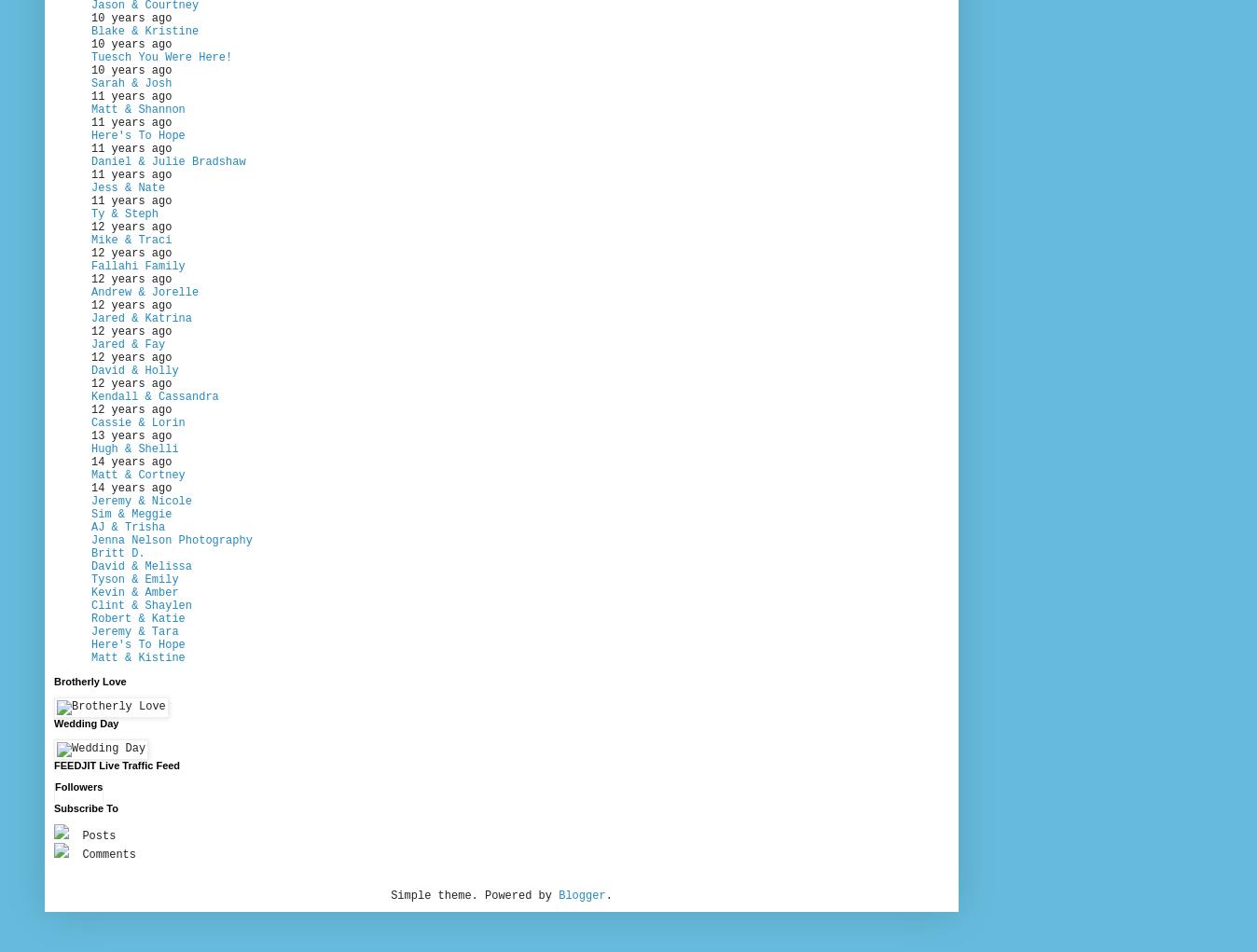 This screenshot has width=1257, height=952. Describe the element at coordinates (123, 214) in the screenshot. I see `'Ty & Steph'` at that location.